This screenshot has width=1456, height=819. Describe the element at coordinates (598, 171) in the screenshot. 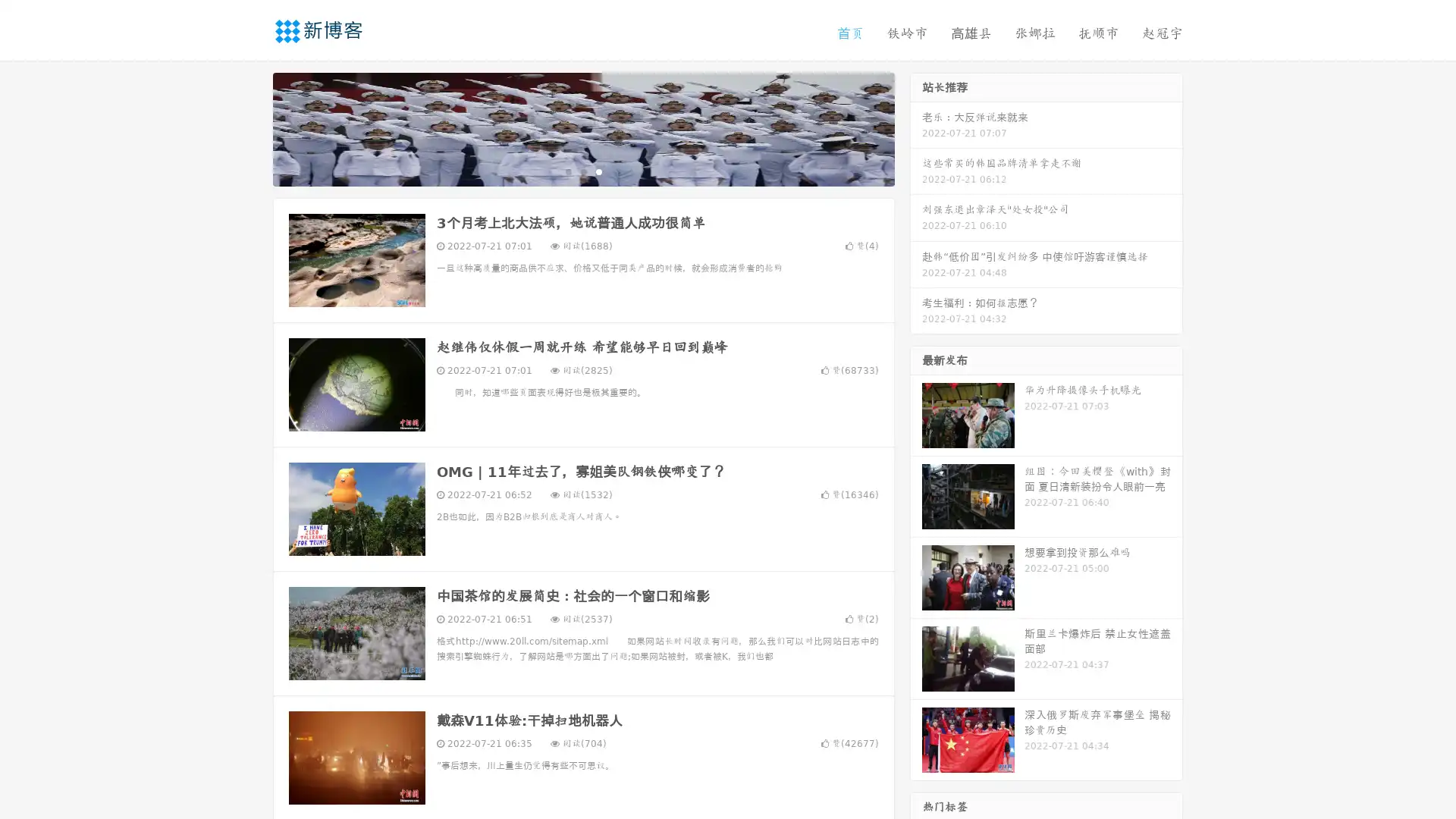

I see `Go to slide 3` at that location.